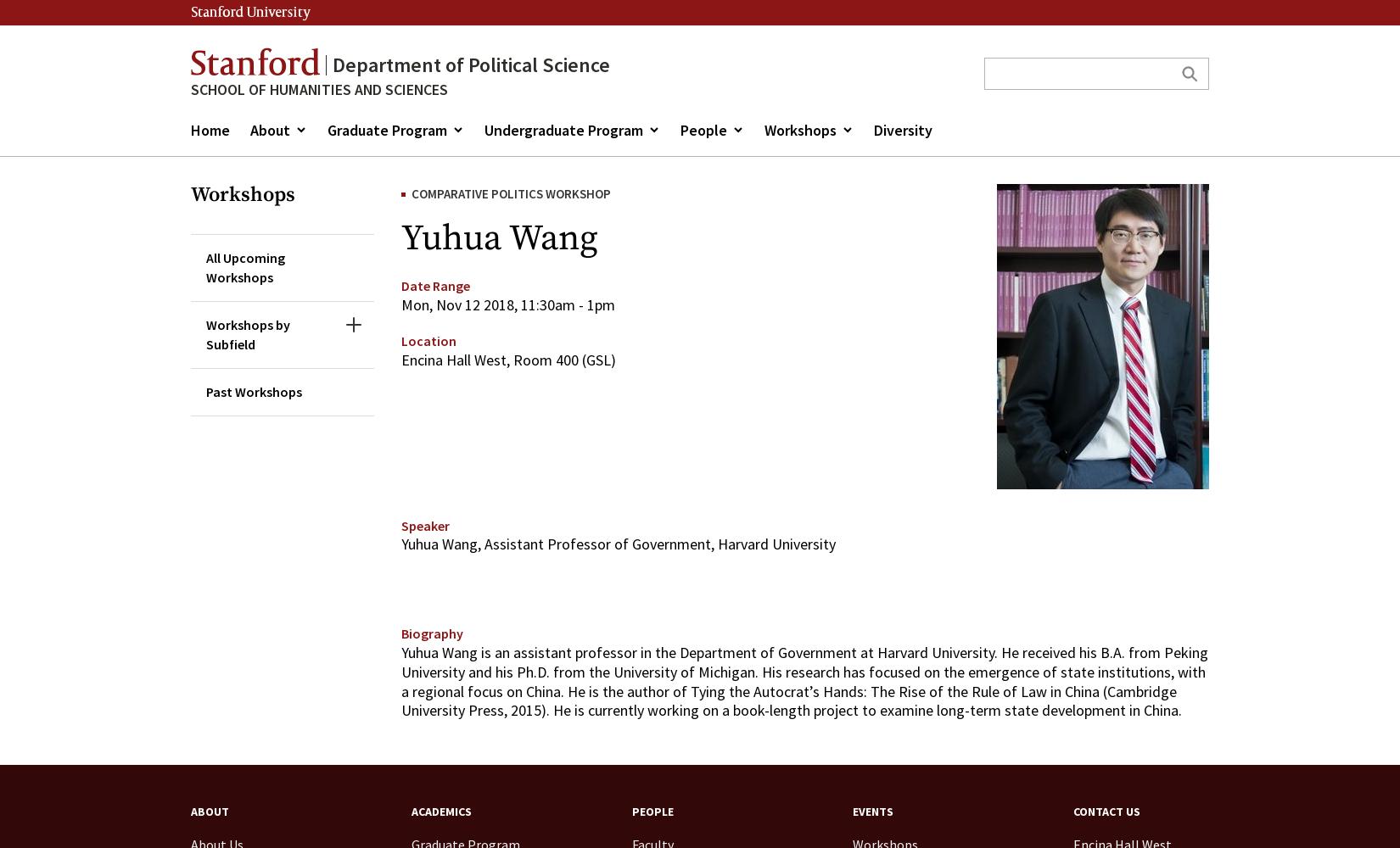 The height and width of the screenshot is (848, 1400). I want to click on 'Stanford', so click(255, 65).